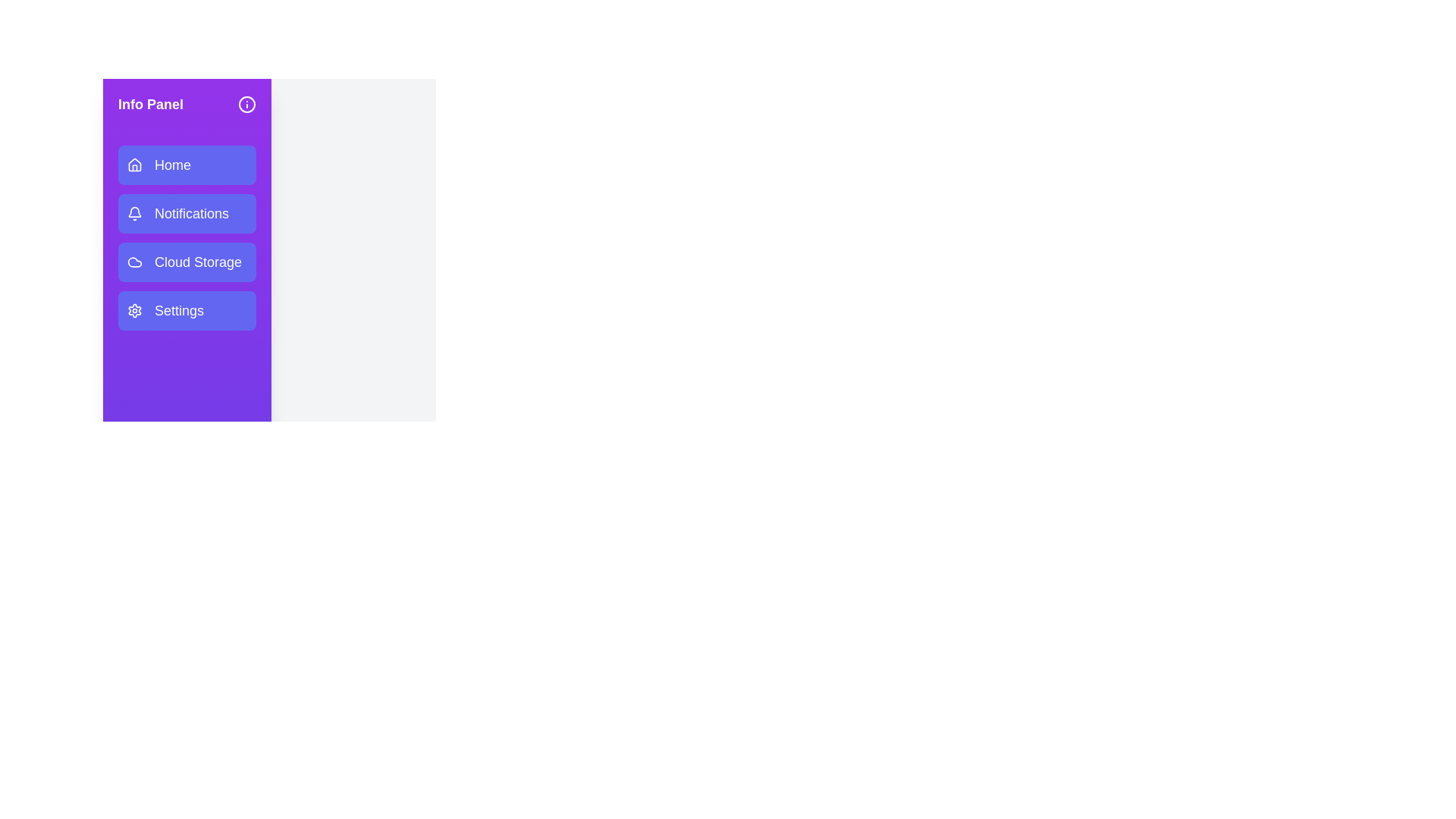  What do you see at coordinates (186, 165) in the screenshot?
I see `the 'Home' menu item in the InfoDrawerPanel` at bounding box center [186, 165].